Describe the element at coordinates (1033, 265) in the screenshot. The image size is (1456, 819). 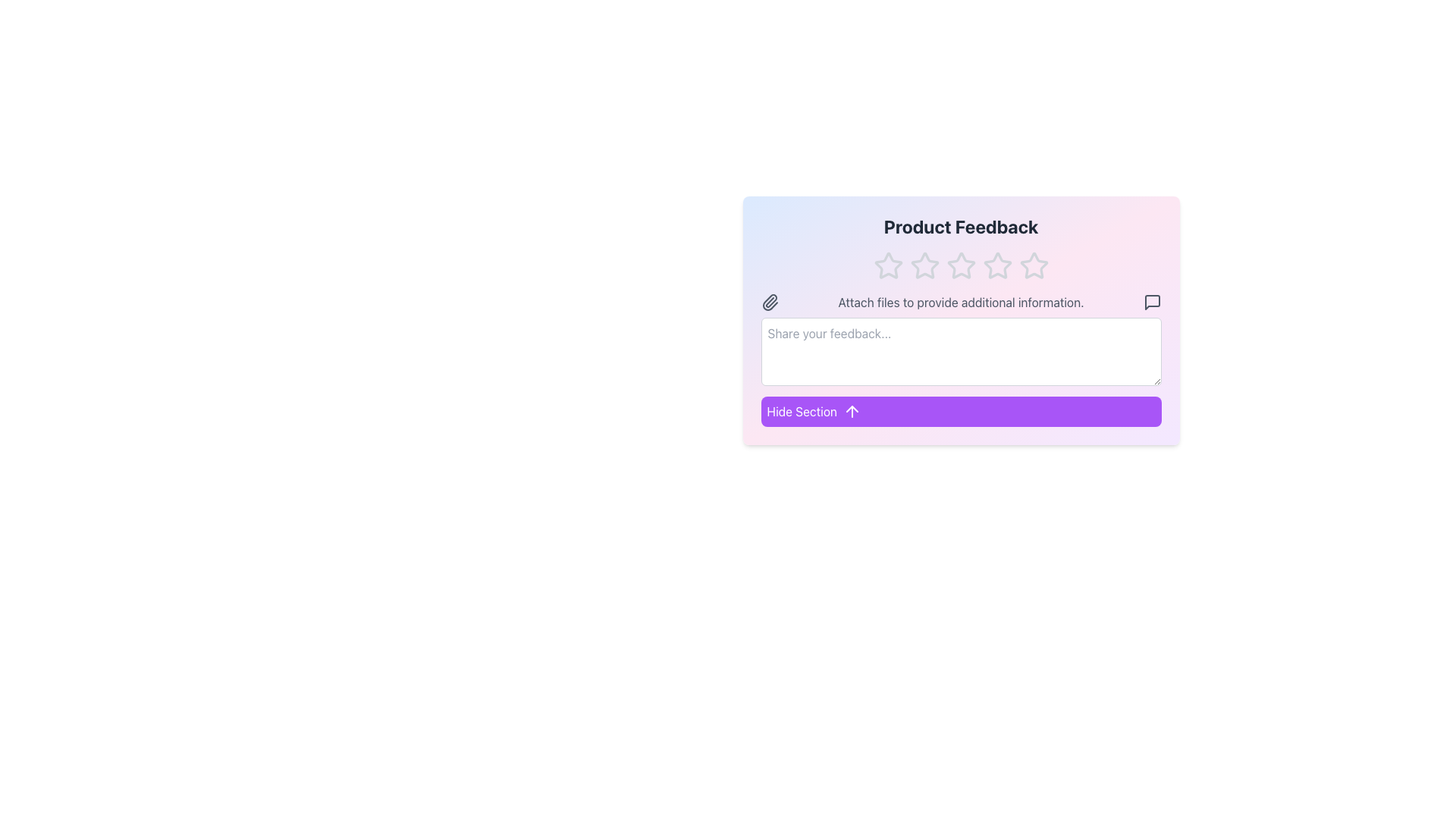
I see `the fifth star icon in the rating system to indicate the highest rating for the product feedback` at that location.